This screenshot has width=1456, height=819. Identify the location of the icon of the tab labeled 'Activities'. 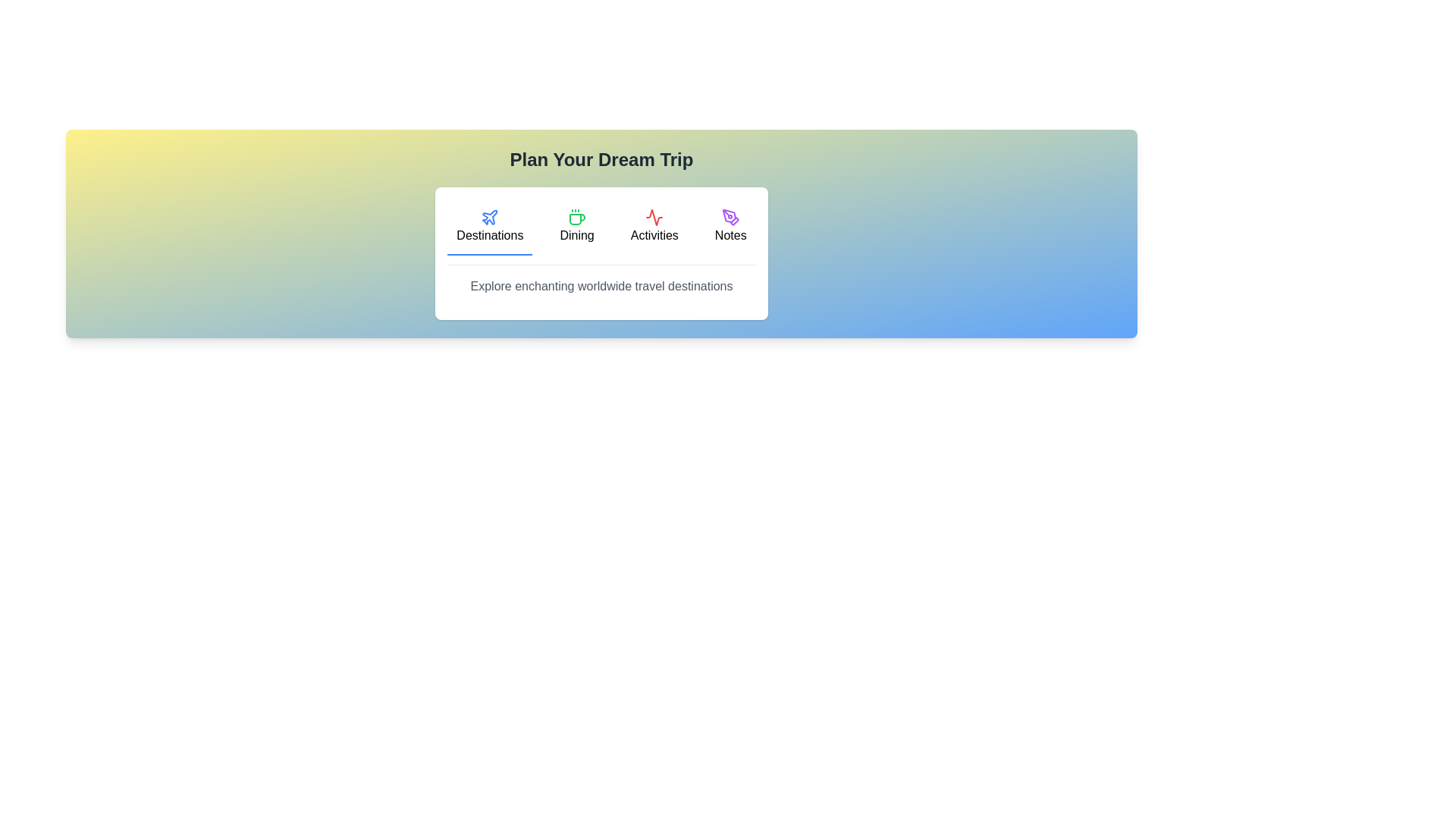
(654, 217).